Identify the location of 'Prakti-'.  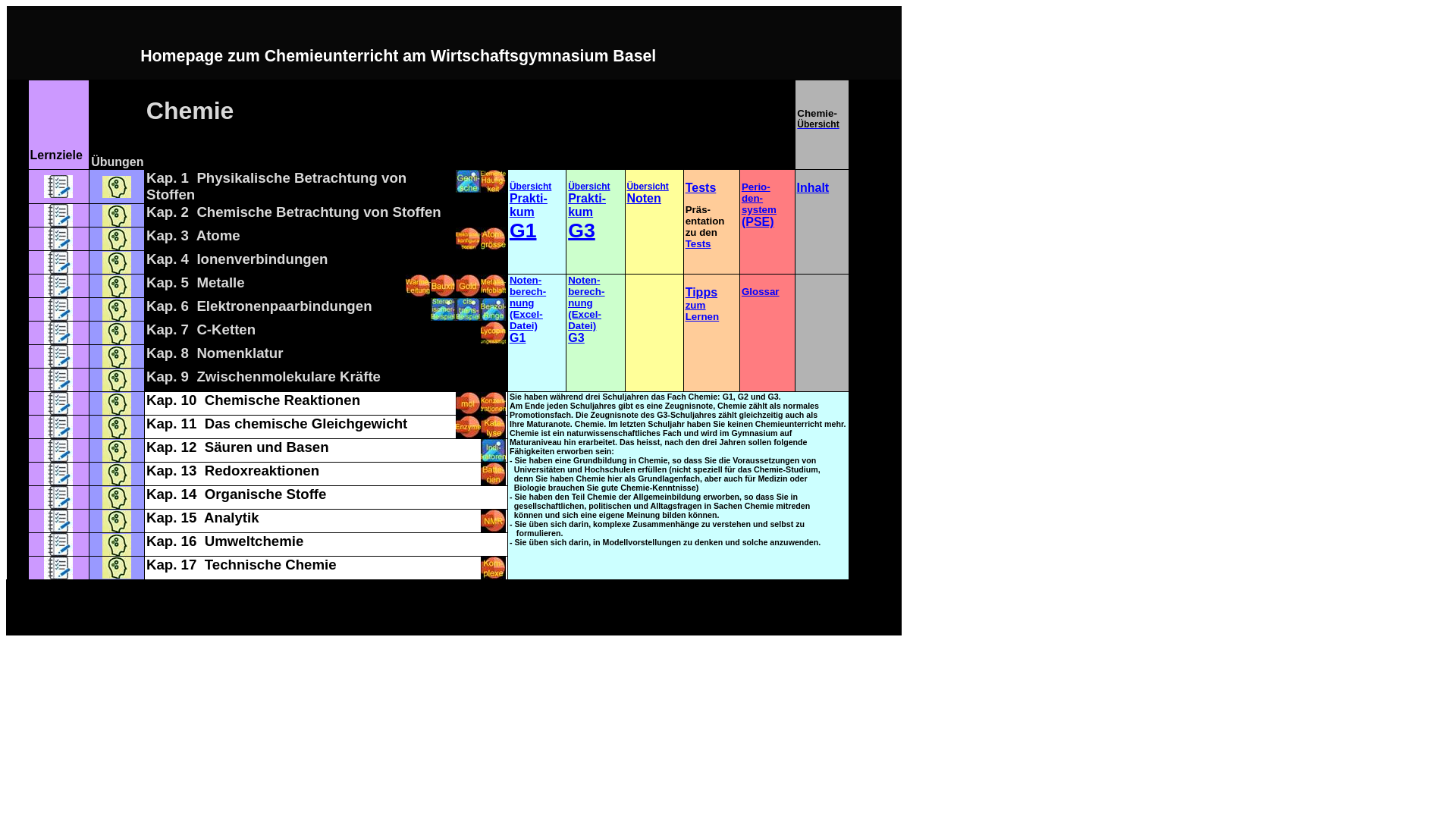
(585, 197).